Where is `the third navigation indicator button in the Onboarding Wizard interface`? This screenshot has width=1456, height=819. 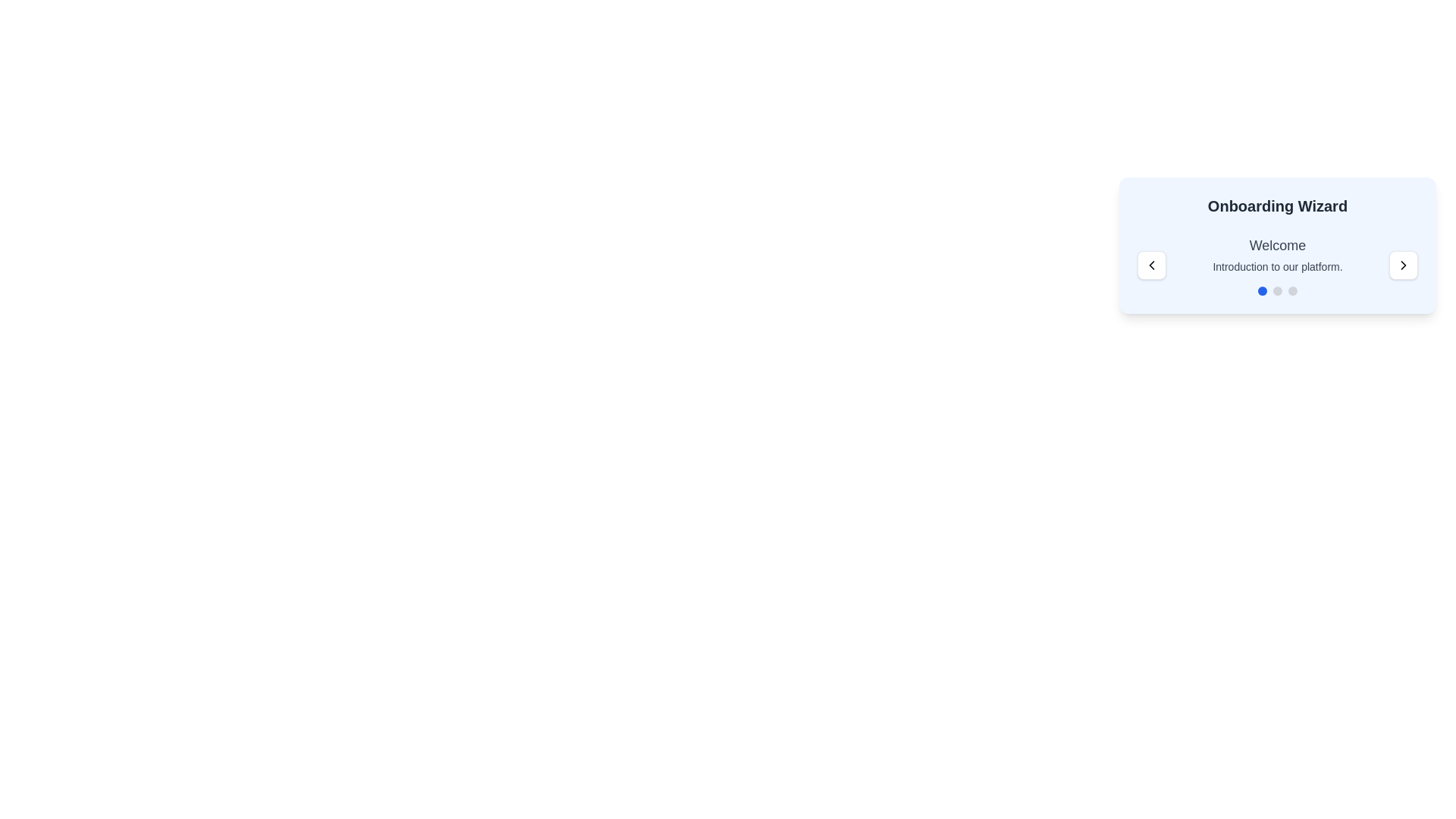 the third navigation indicator button in the Onboarding Wizard interface is located at coordinates (1291, 291).